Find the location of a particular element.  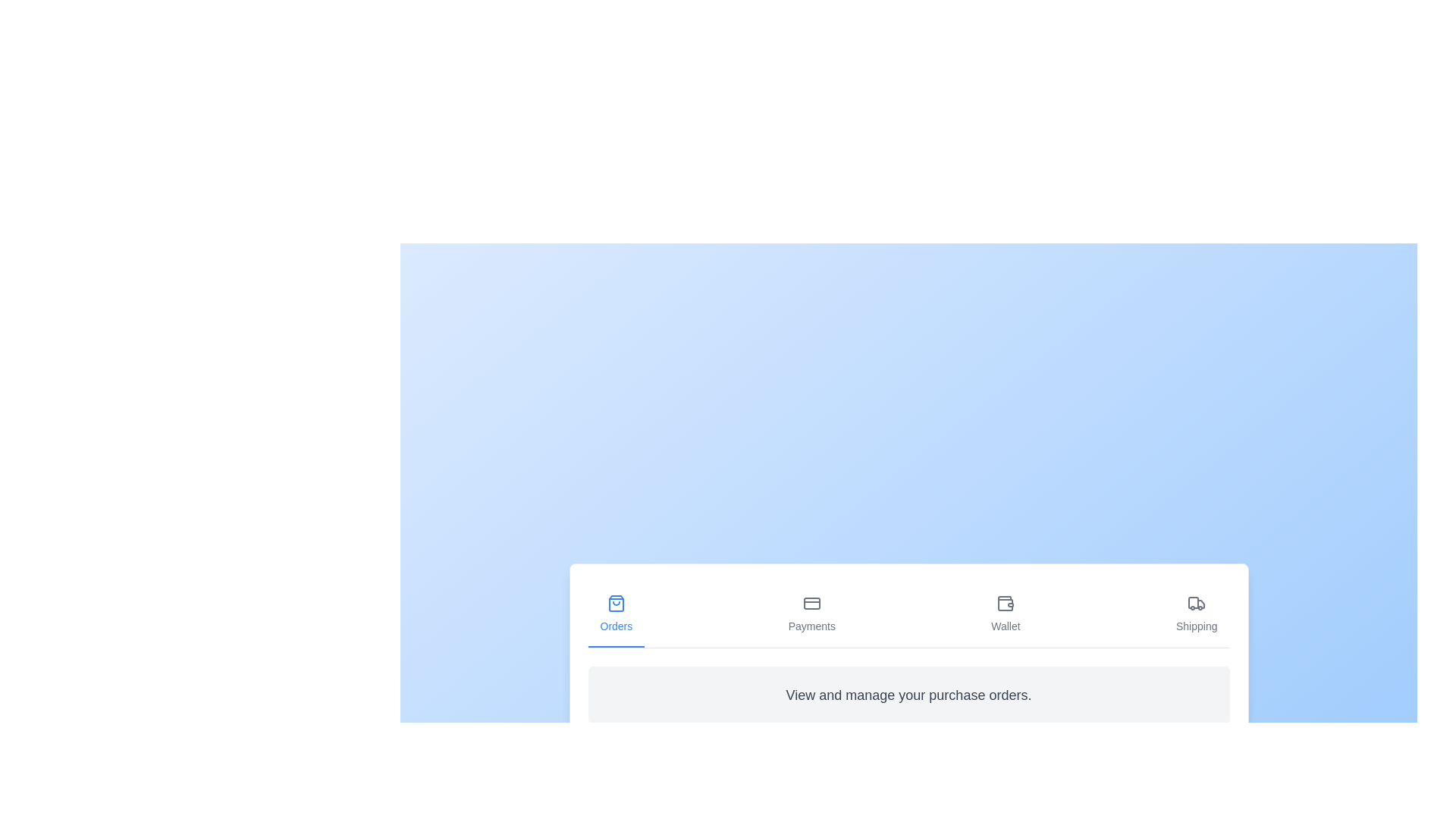

the navigation button with icon and label that leads to the 'Wallet' section, located between 'Payments' and 'Shipping' in the horizontal navigation bar is located at coordinates (1006, 614).